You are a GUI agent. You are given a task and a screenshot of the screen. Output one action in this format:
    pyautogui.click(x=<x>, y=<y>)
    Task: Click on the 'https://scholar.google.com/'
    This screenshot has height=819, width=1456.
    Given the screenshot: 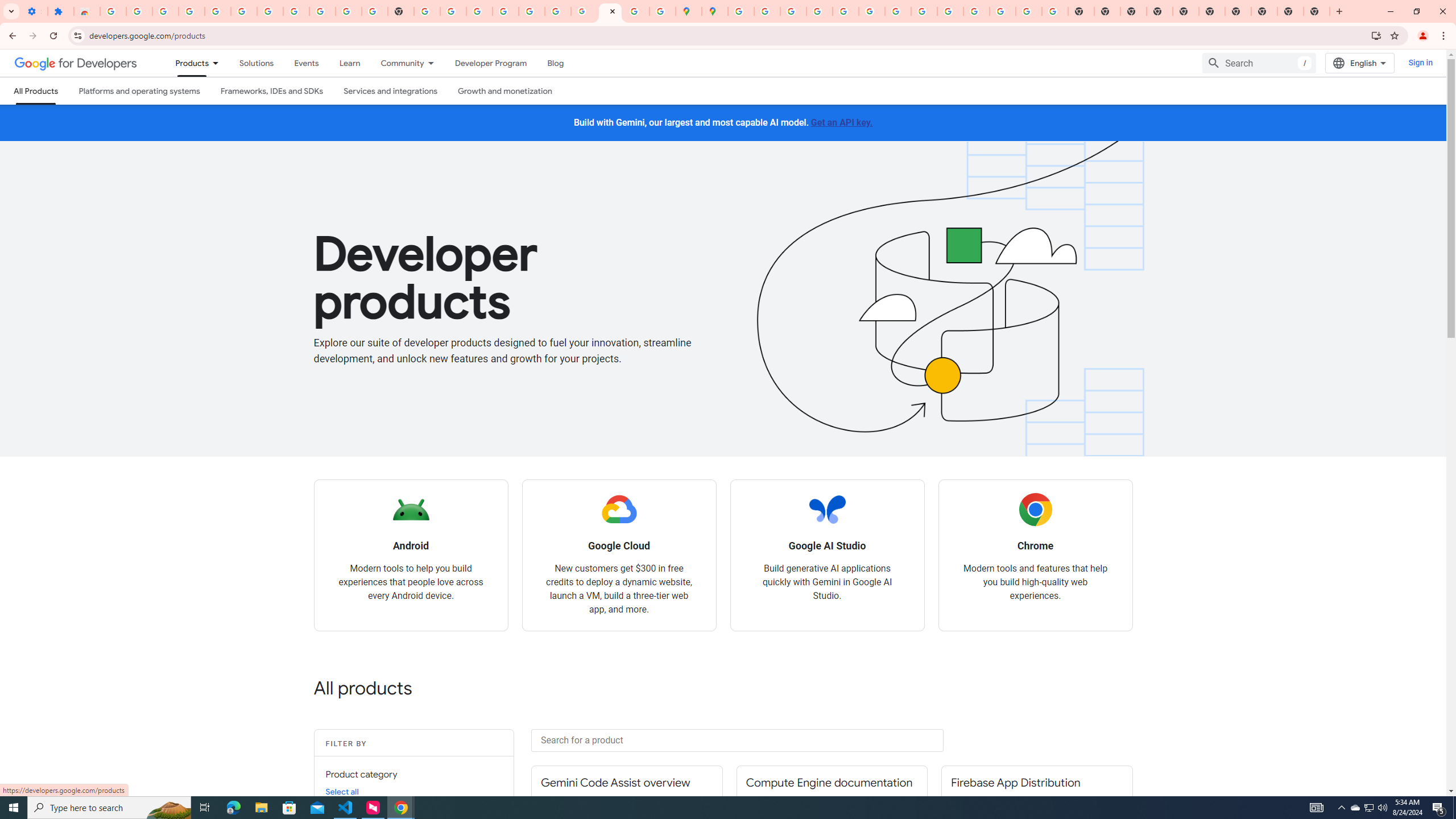 What is the action you would take?
    pyautogui.click(x=427, y=11)
    